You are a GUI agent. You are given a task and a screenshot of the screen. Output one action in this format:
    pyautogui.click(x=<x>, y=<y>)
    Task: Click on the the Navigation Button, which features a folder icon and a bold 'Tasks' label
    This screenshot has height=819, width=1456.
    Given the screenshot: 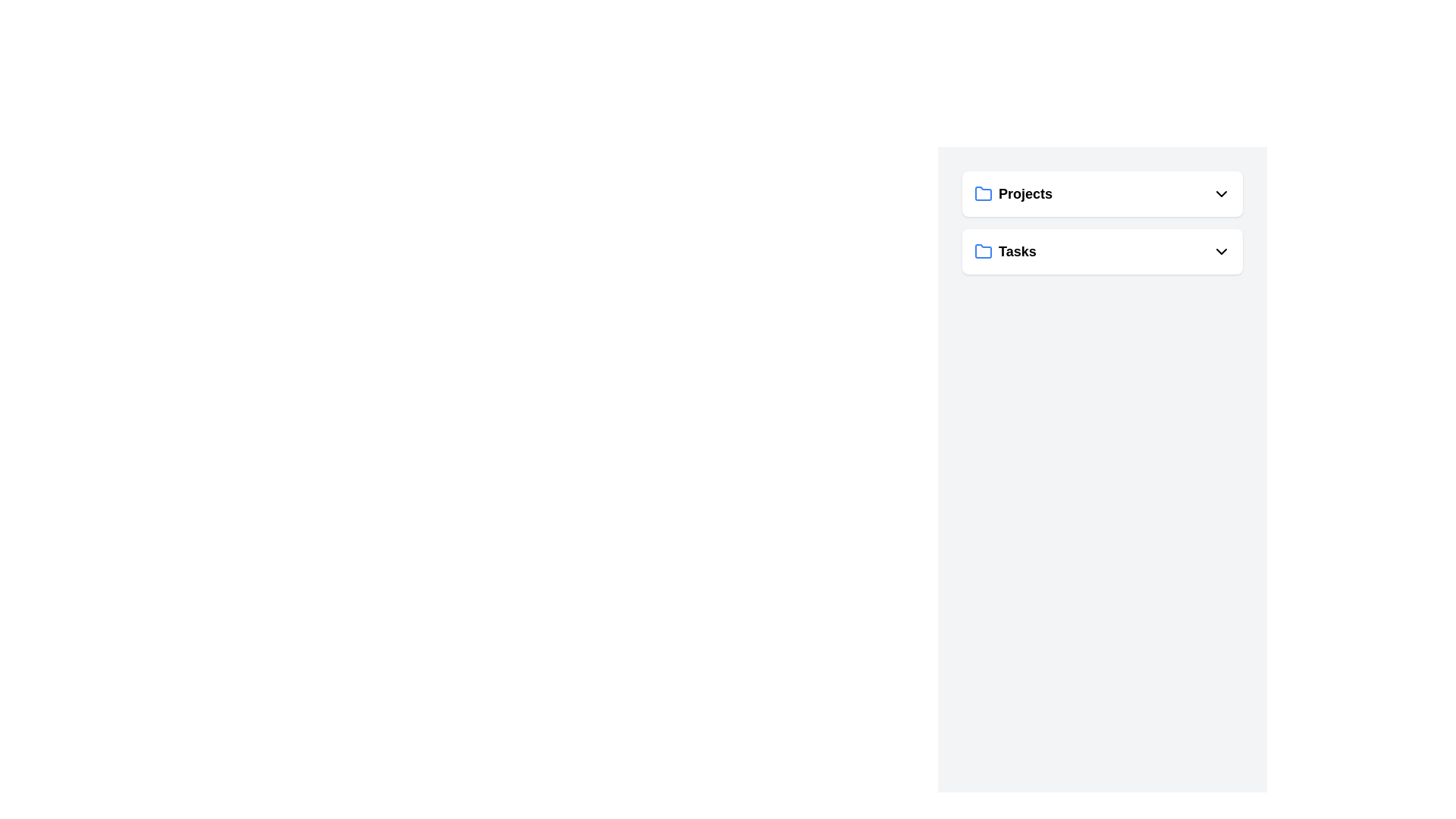 What is the action you would take?
    pyautogui.click(x=1005, y=250)
    